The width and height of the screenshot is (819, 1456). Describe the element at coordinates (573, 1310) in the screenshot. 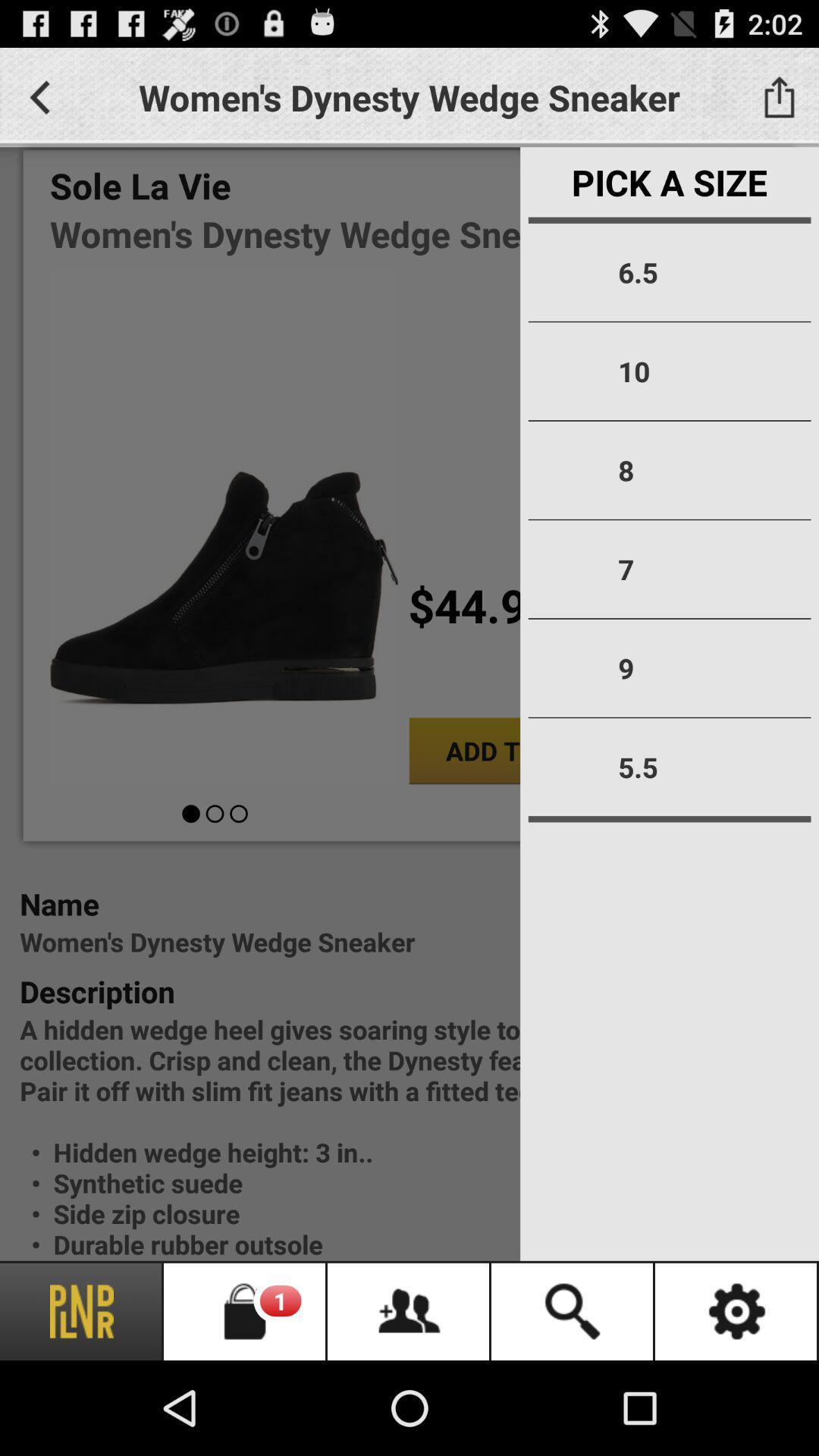

I see `the search icon` at that location.